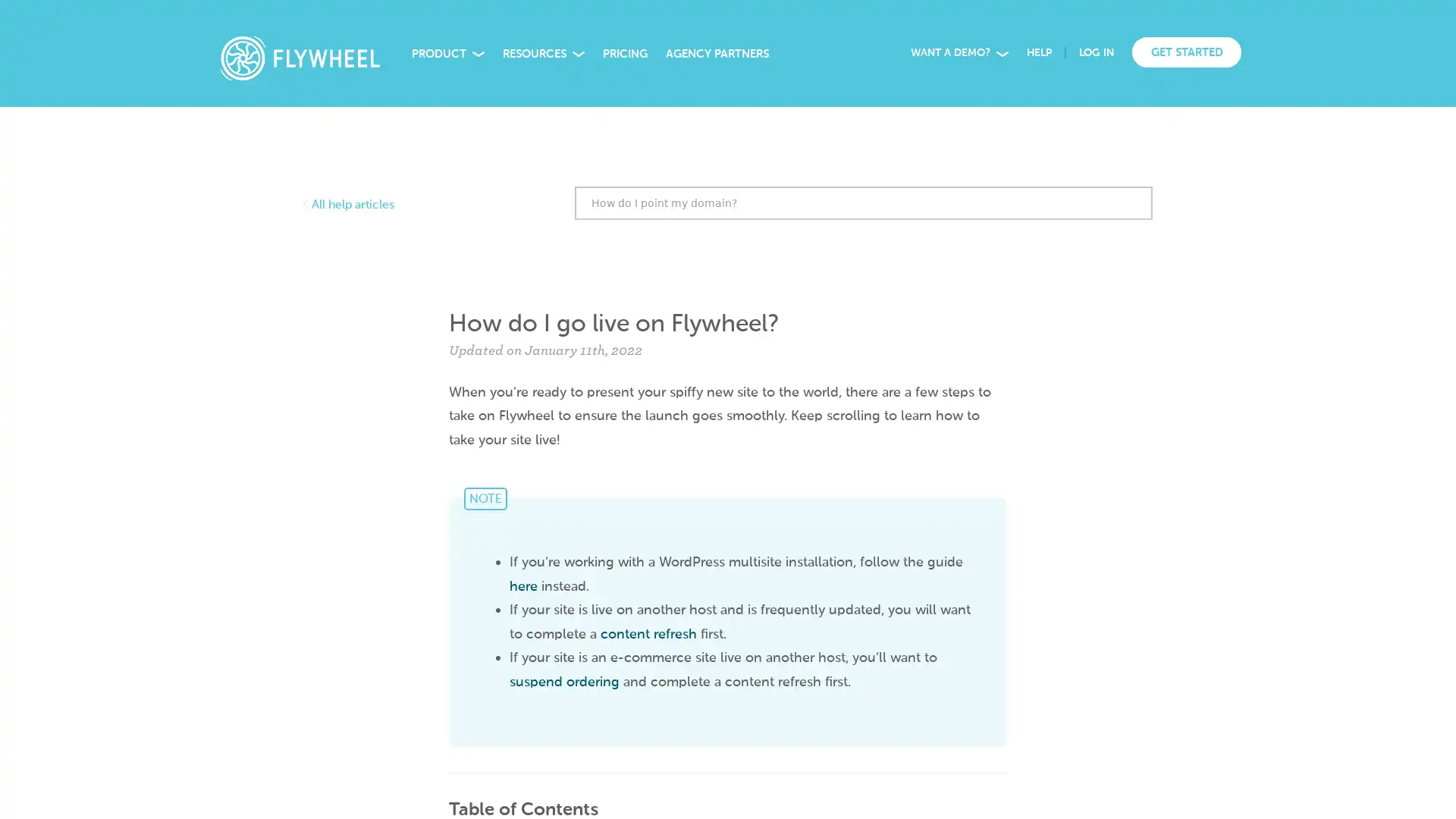 The width and height of the screenshot is (1456, 819). I want to click on Close, so click(1433, 19).